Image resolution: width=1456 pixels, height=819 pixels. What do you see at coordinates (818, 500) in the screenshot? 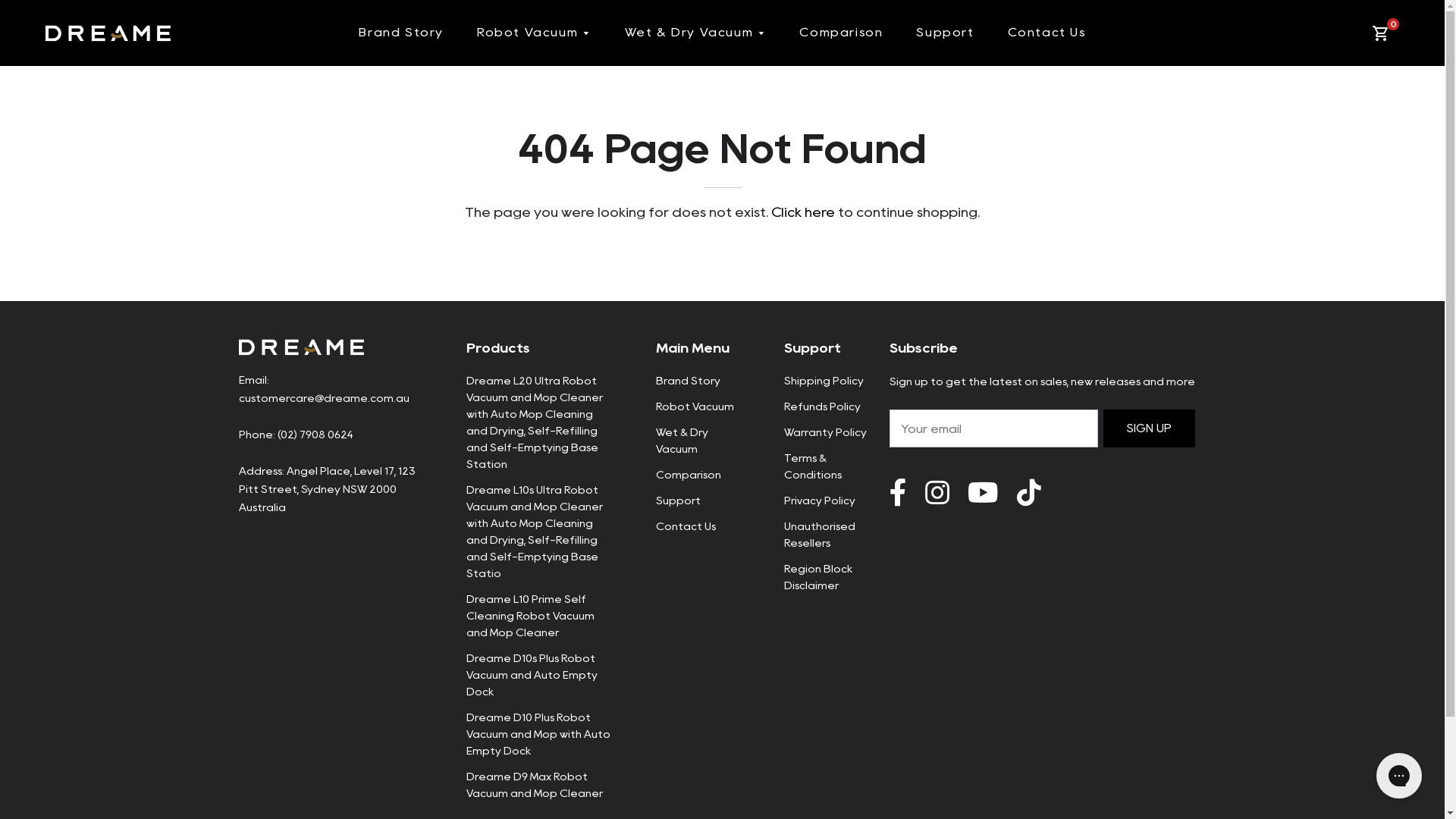
I see `'Privacy Policy'` at bounding box center [818, 500].